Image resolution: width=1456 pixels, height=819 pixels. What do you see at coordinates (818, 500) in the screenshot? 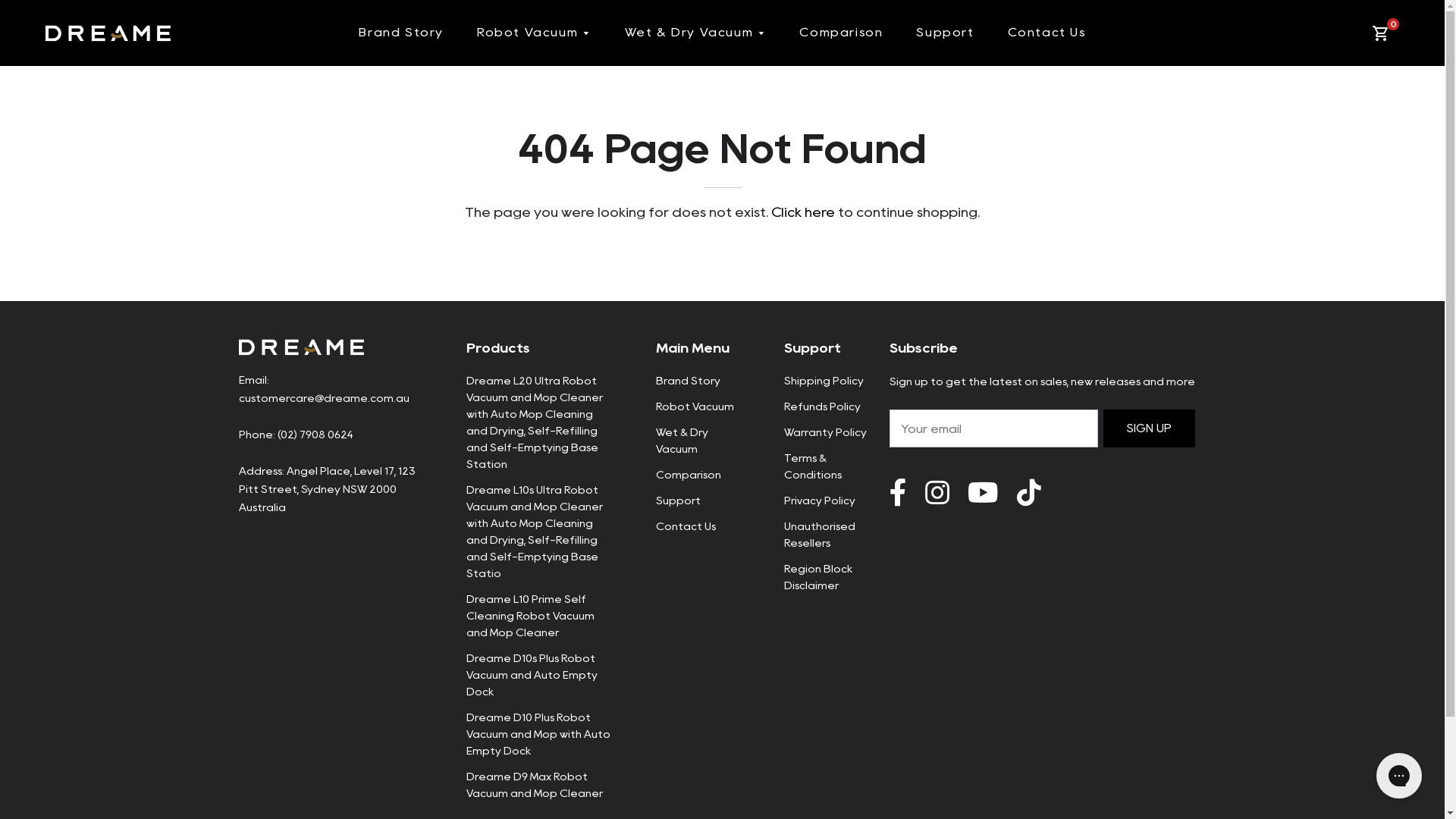
I see `'Privacy Policy'` at bounding box center [818, 500].